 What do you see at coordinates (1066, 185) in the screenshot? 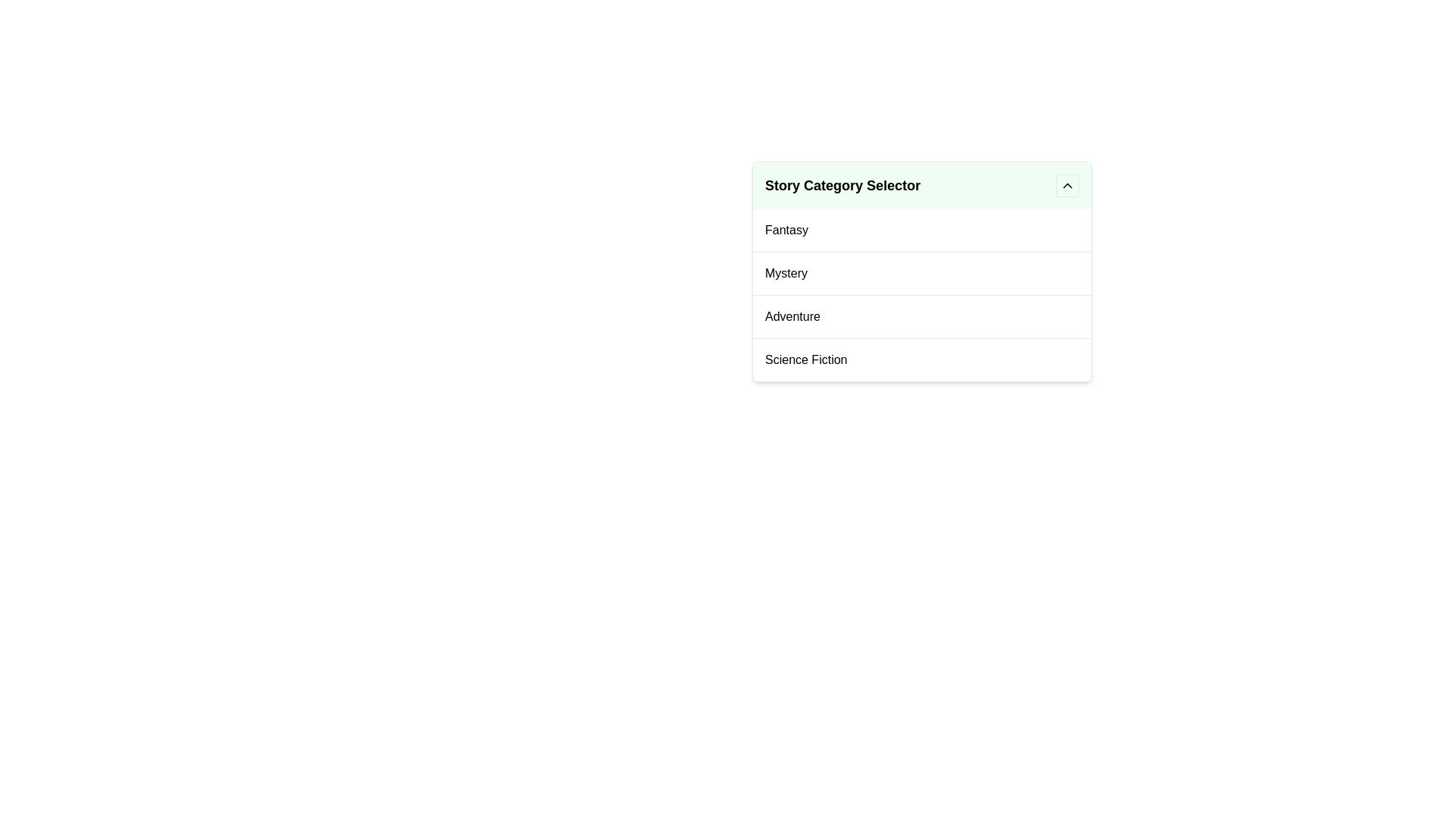
I see `the chevron icon located at the top right corner of the 'Story Category Selector' panel to interact with the collapsible toggle` at bounding box center [1066, 185].